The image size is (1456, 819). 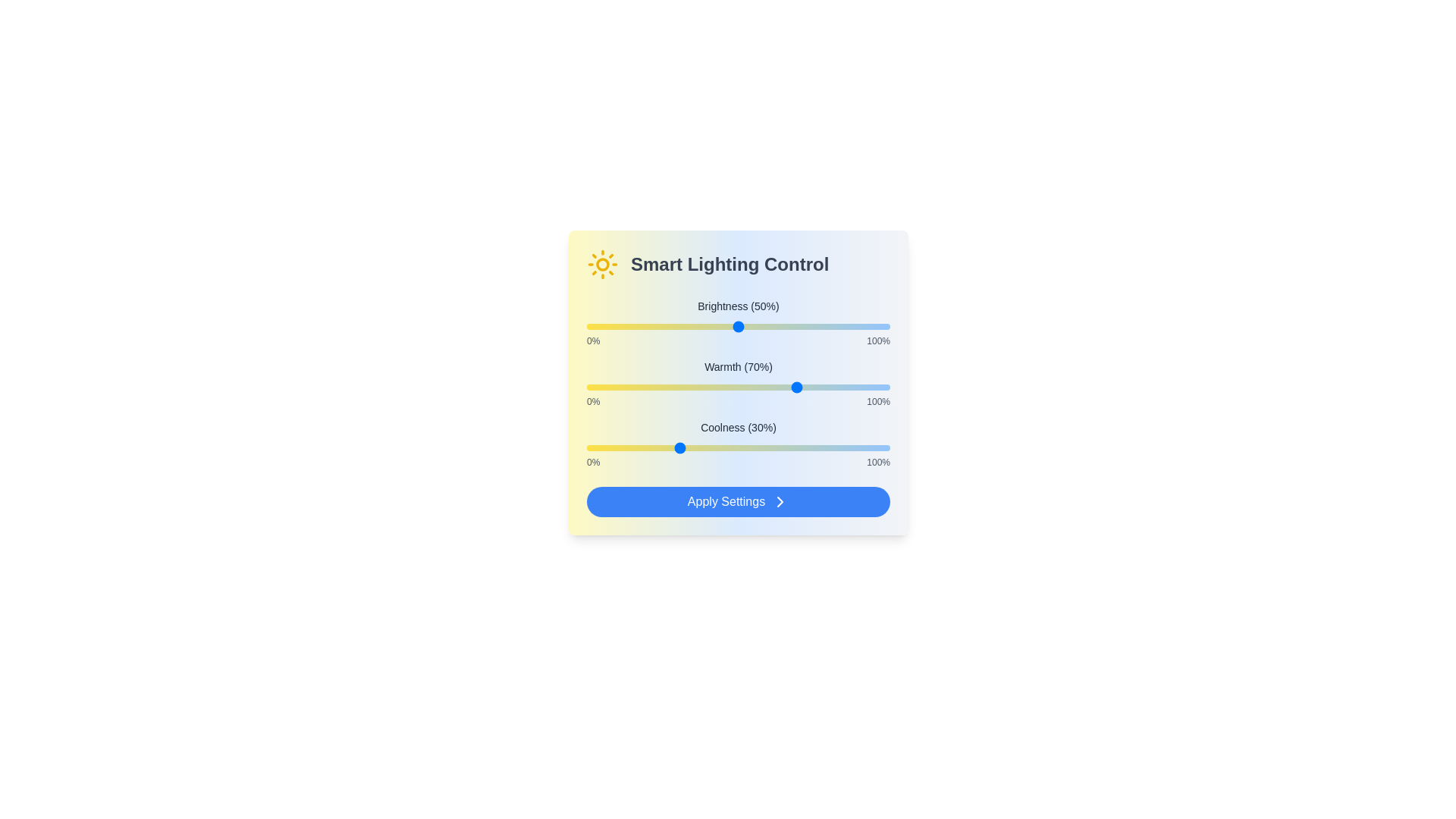 What do you see at coordinates (854, 386) in the screenshot?
I see `the Warmth slider to 88%` at bounding box center [854, 386].